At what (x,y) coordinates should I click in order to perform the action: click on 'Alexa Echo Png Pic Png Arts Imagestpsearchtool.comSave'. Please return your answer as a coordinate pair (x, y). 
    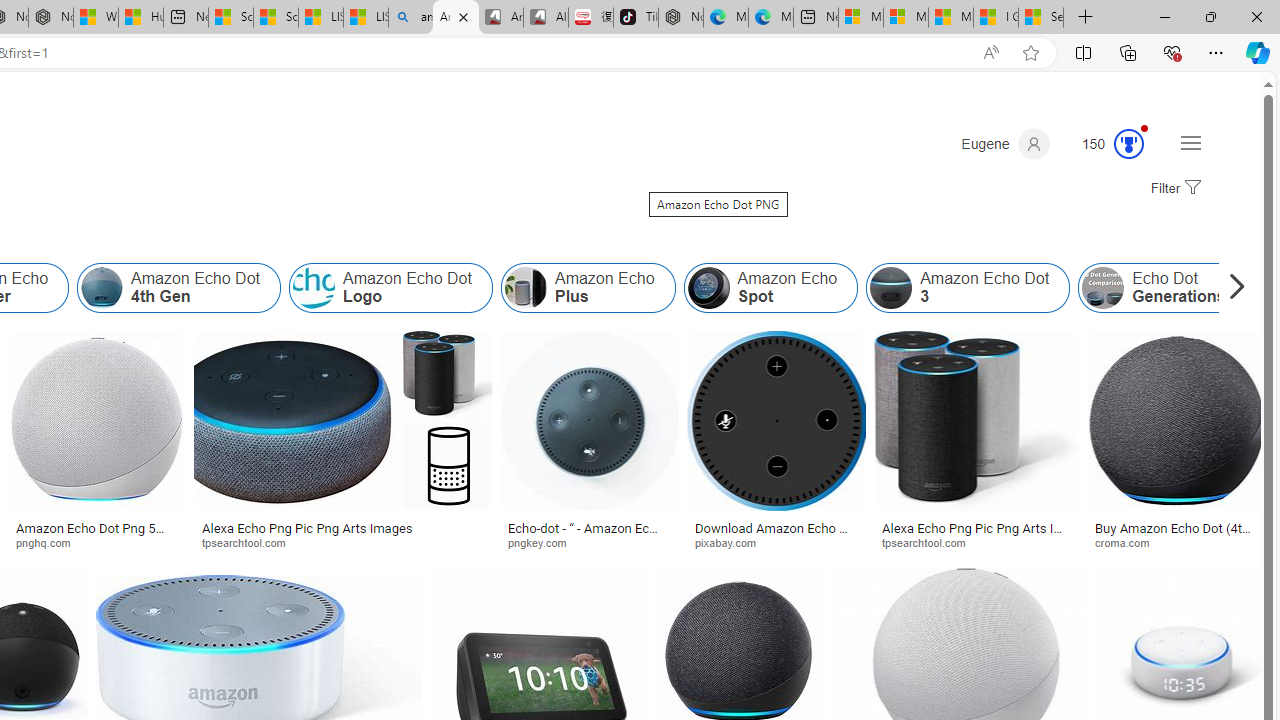
    Looking at the image, I should click on (347, 443).